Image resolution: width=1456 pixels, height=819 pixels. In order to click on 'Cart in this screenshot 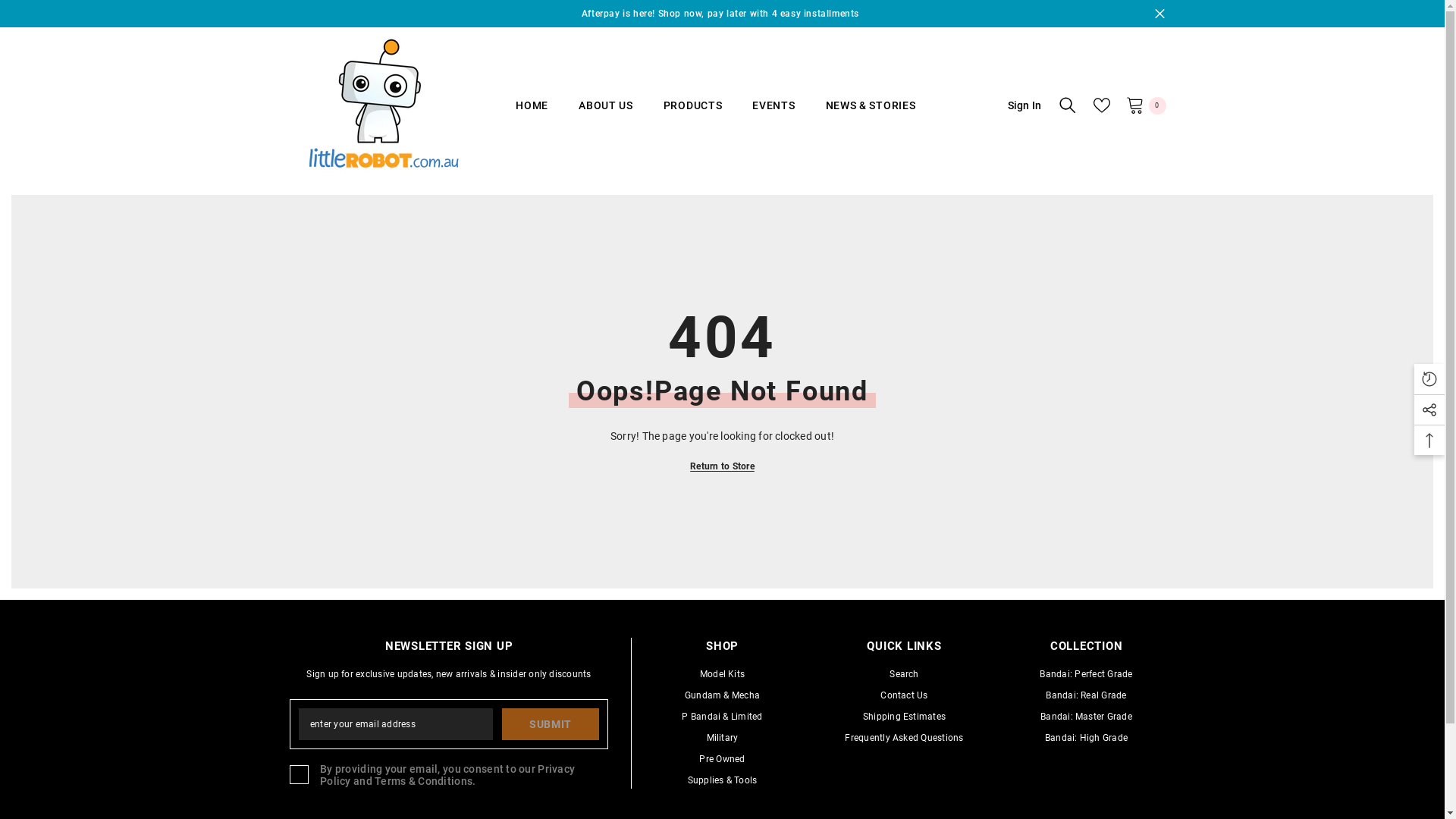, I will do `click(1145, 104)`.